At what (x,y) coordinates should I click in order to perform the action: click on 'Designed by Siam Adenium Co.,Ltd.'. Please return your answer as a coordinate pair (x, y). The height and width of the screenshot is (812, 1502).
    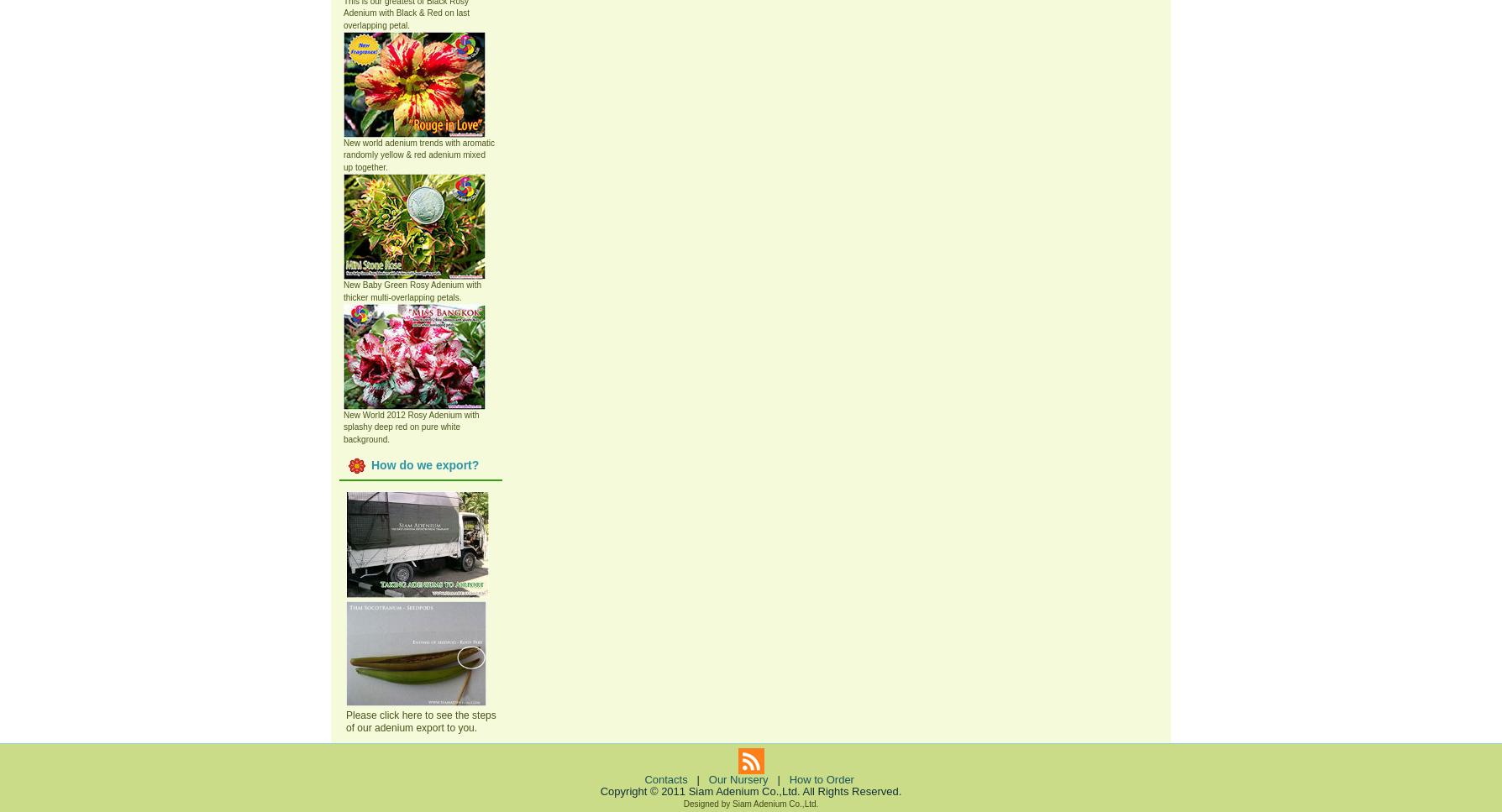
    Looking at the image, I should click on (749, 802).